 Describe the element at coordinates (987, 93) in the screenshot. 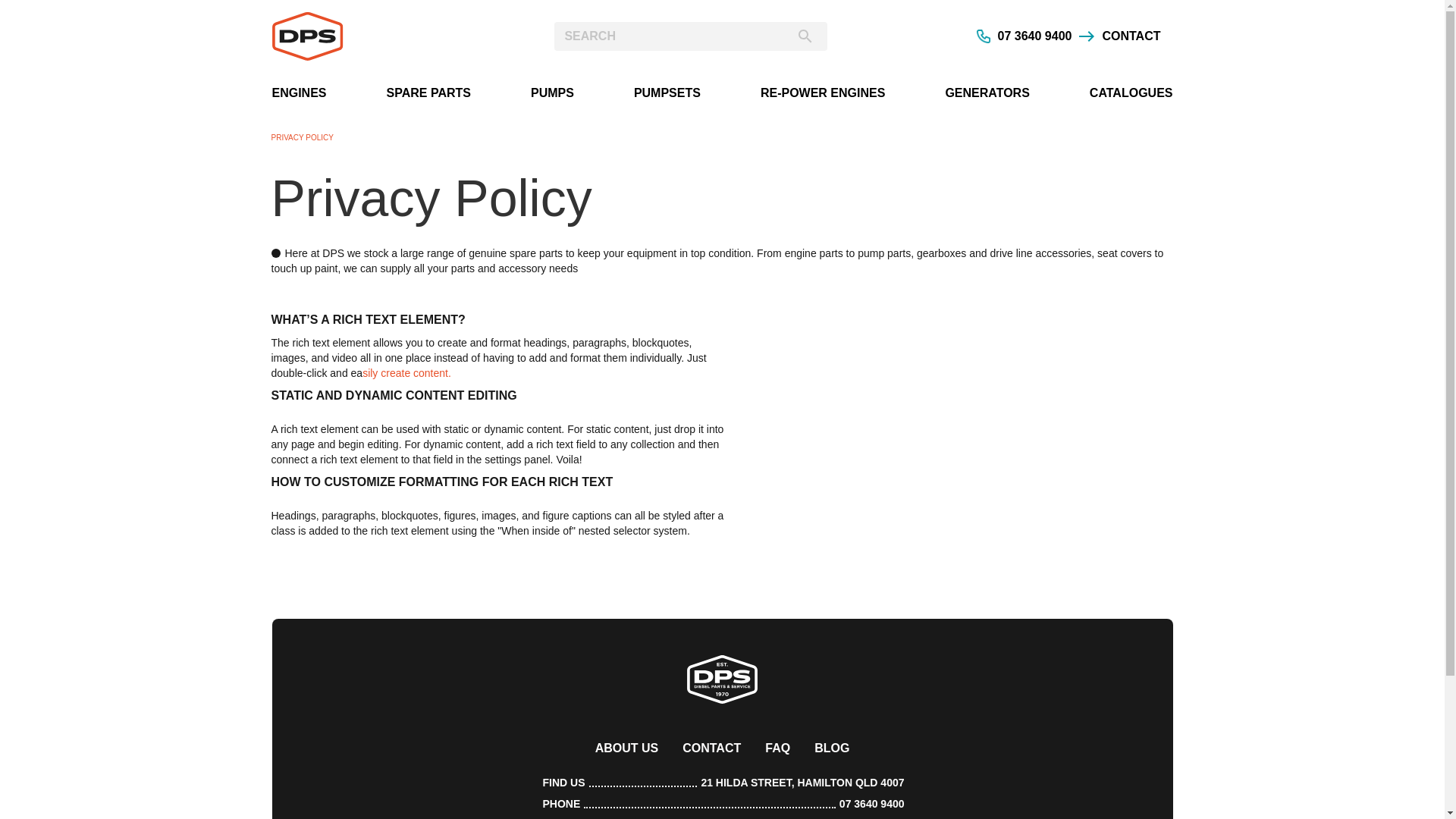

I see `'GENERATORS'` at that location.